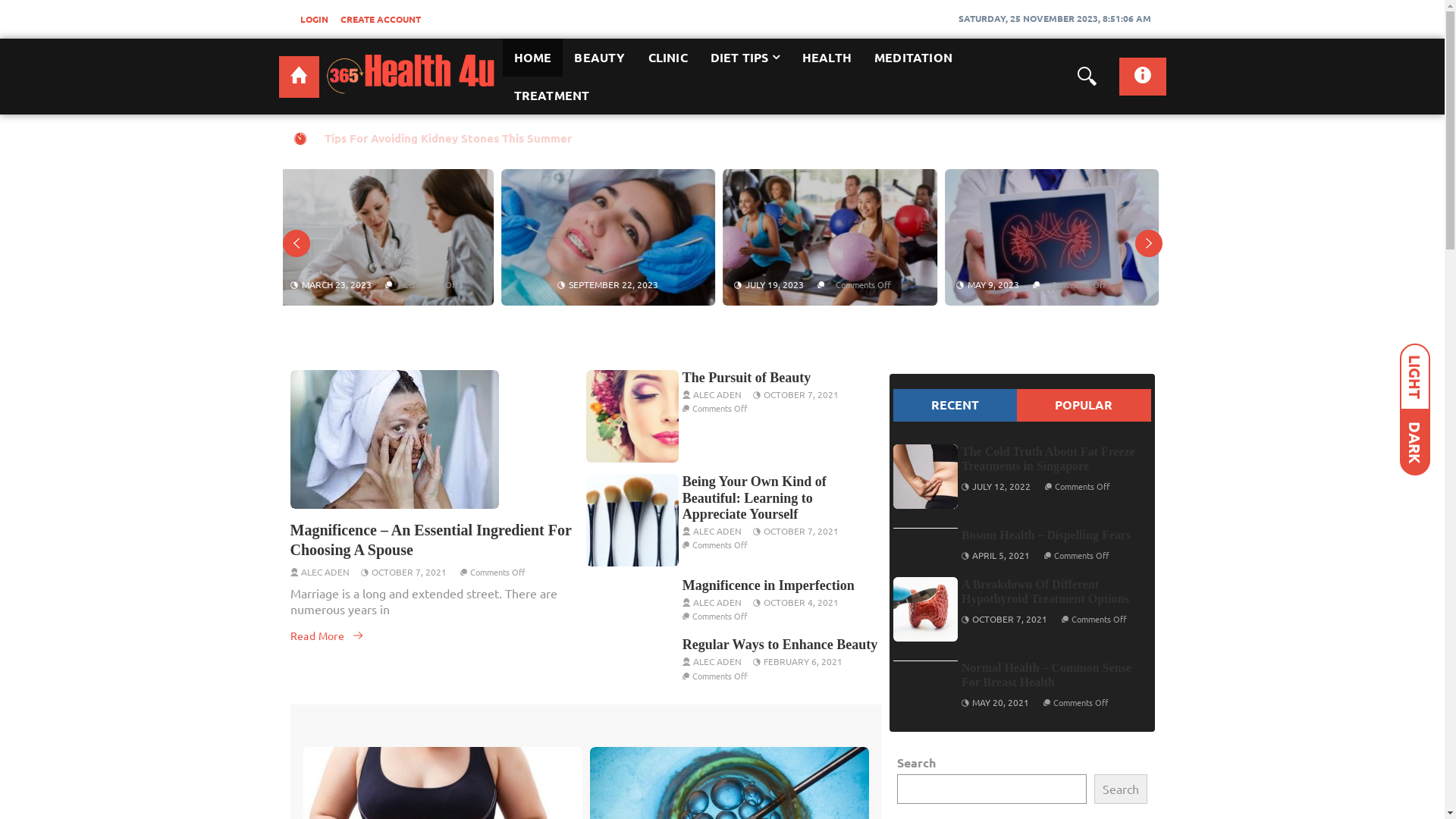  I want to click on 'LOGIN', so click(294, 18).